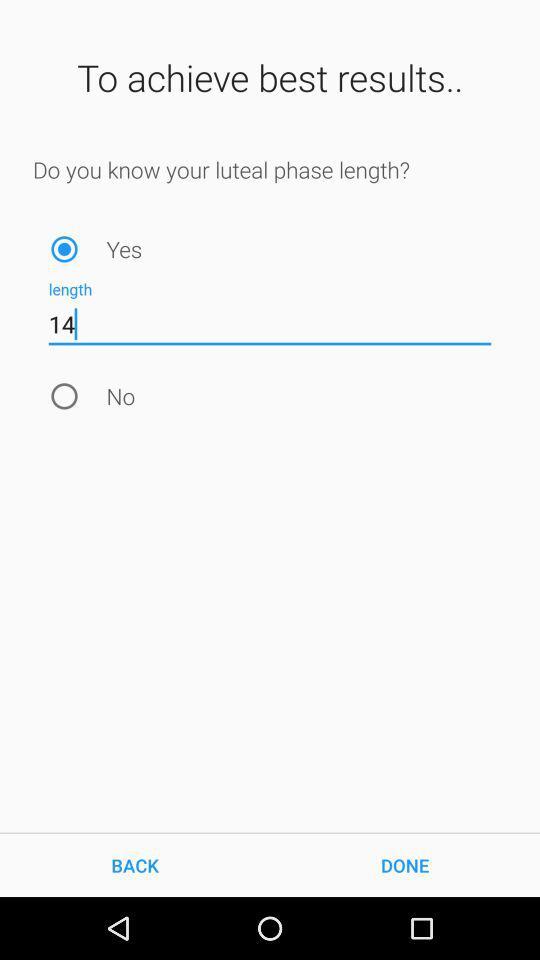 The image size is (540, 960). I want to click on yes, so click(64, 248).